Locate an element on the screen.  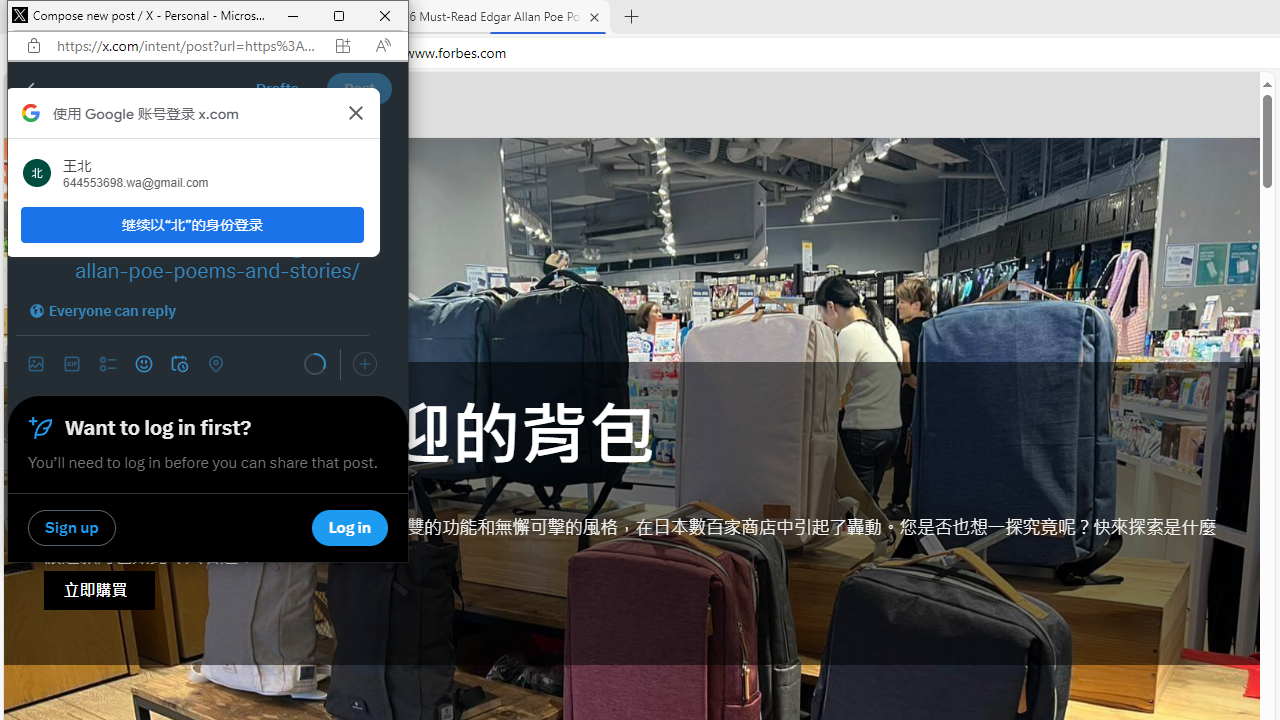
'Class: Bz112c Bz112c-r9oPif' is located at coordinates (356, 113).